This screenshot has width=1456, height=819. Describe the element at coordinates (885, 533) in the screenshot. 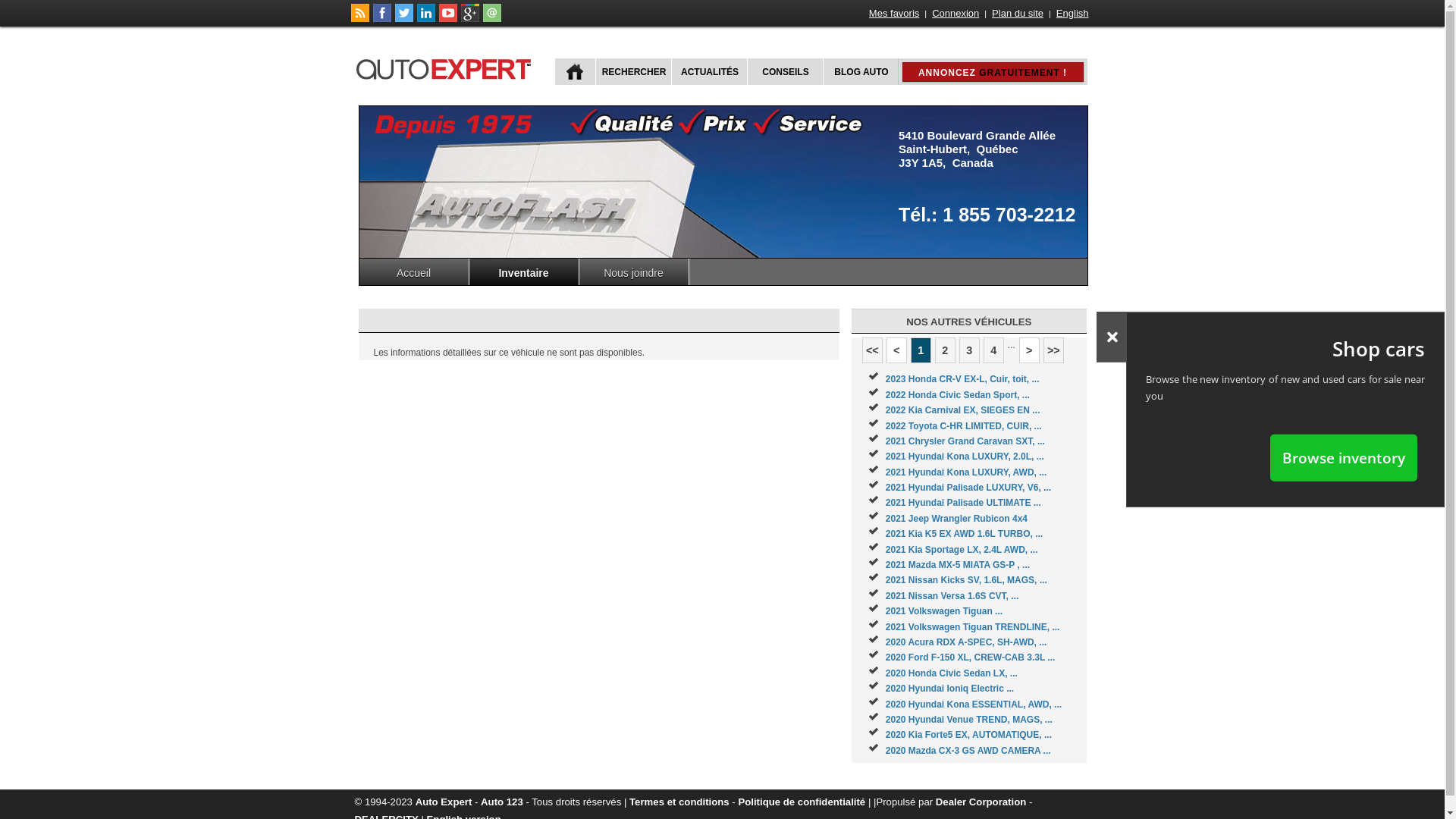

I see `'2021 Kia K5 EX AWD 1.6L TURBO, ...'` at that location.